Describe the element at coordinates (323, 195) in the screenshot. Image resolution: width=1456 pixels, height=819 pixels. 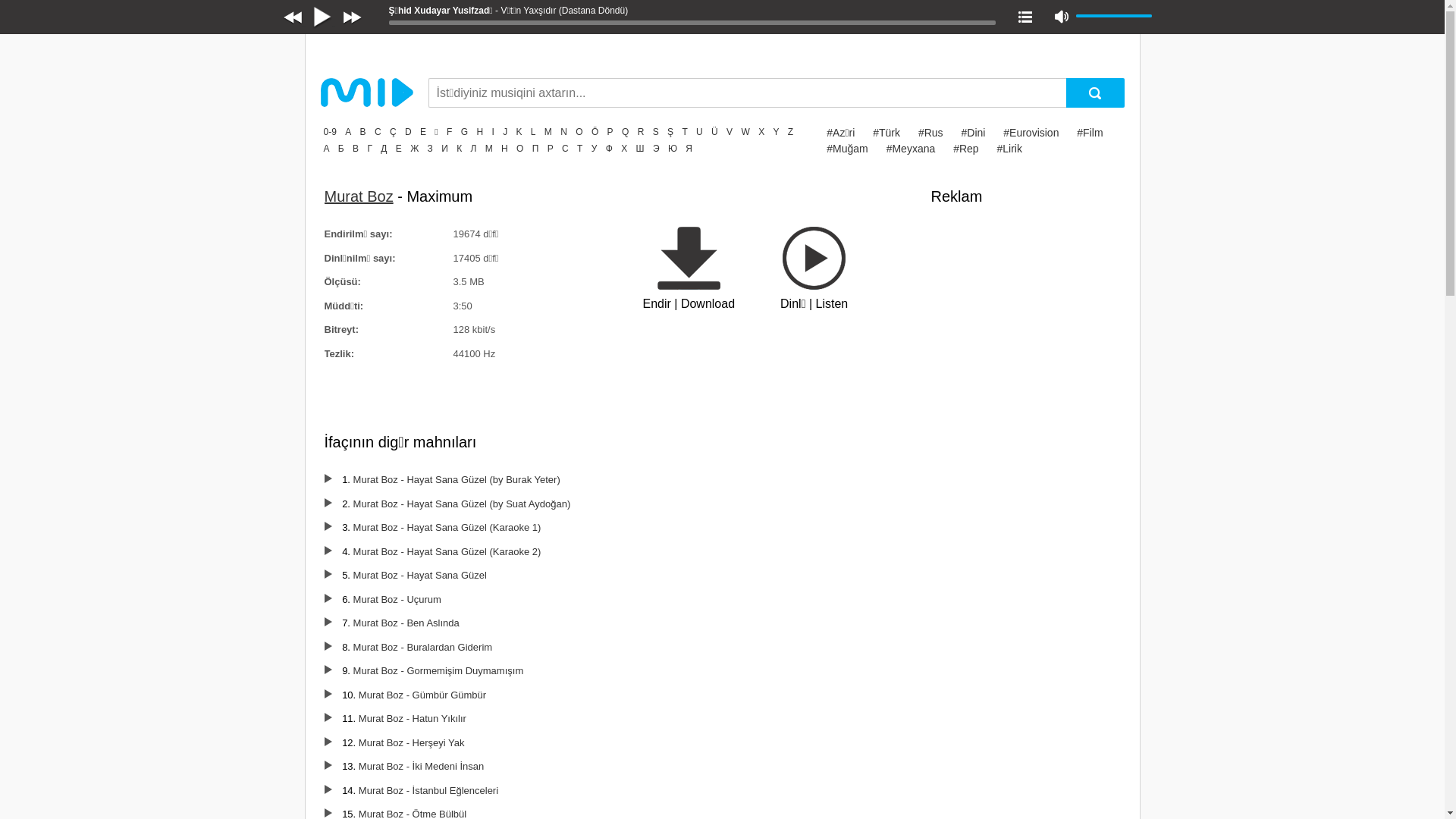
I see `'Murat Boz'` at that location.